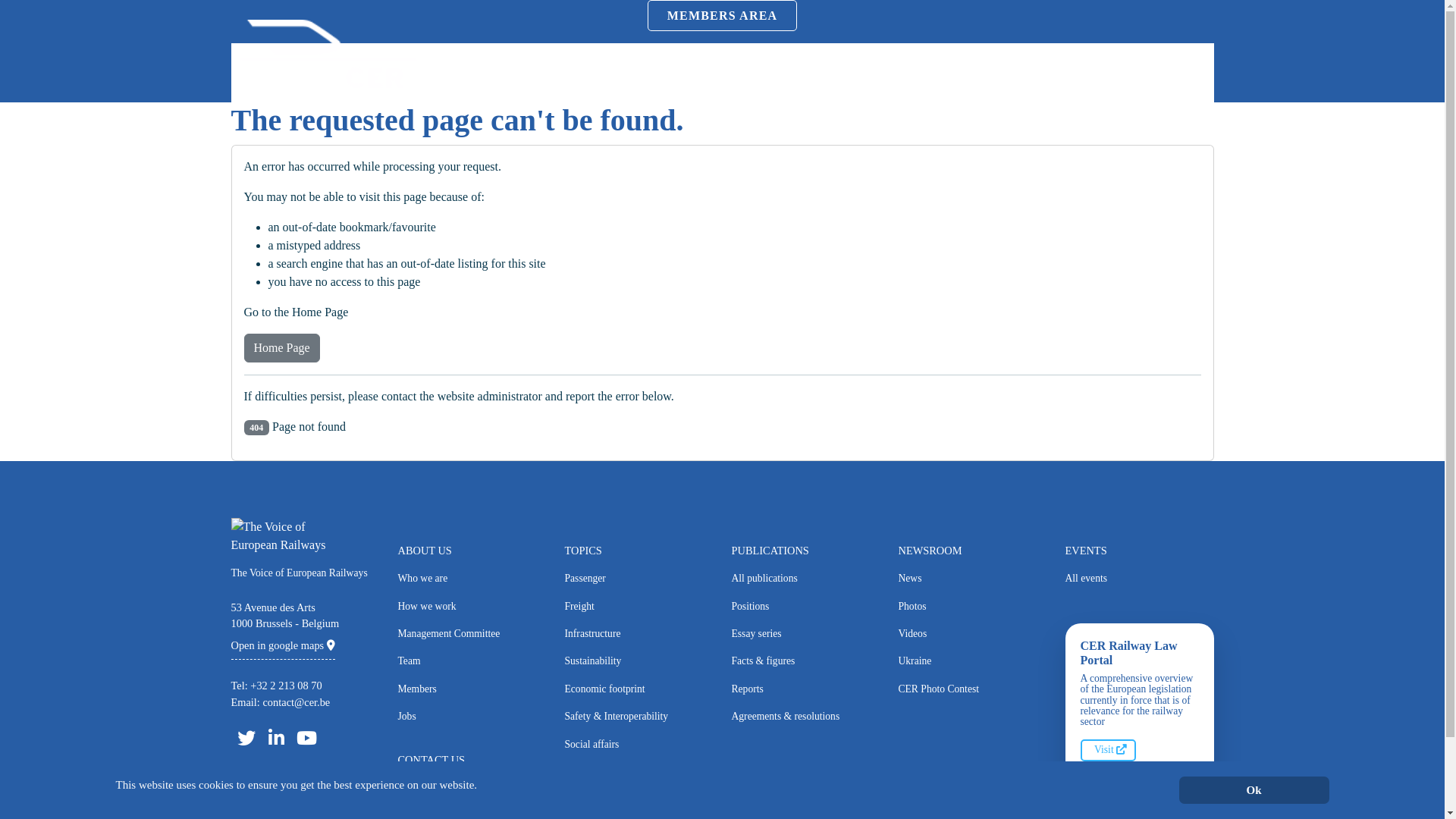  I want to click on 'Economic footprint', so click(638, 689).